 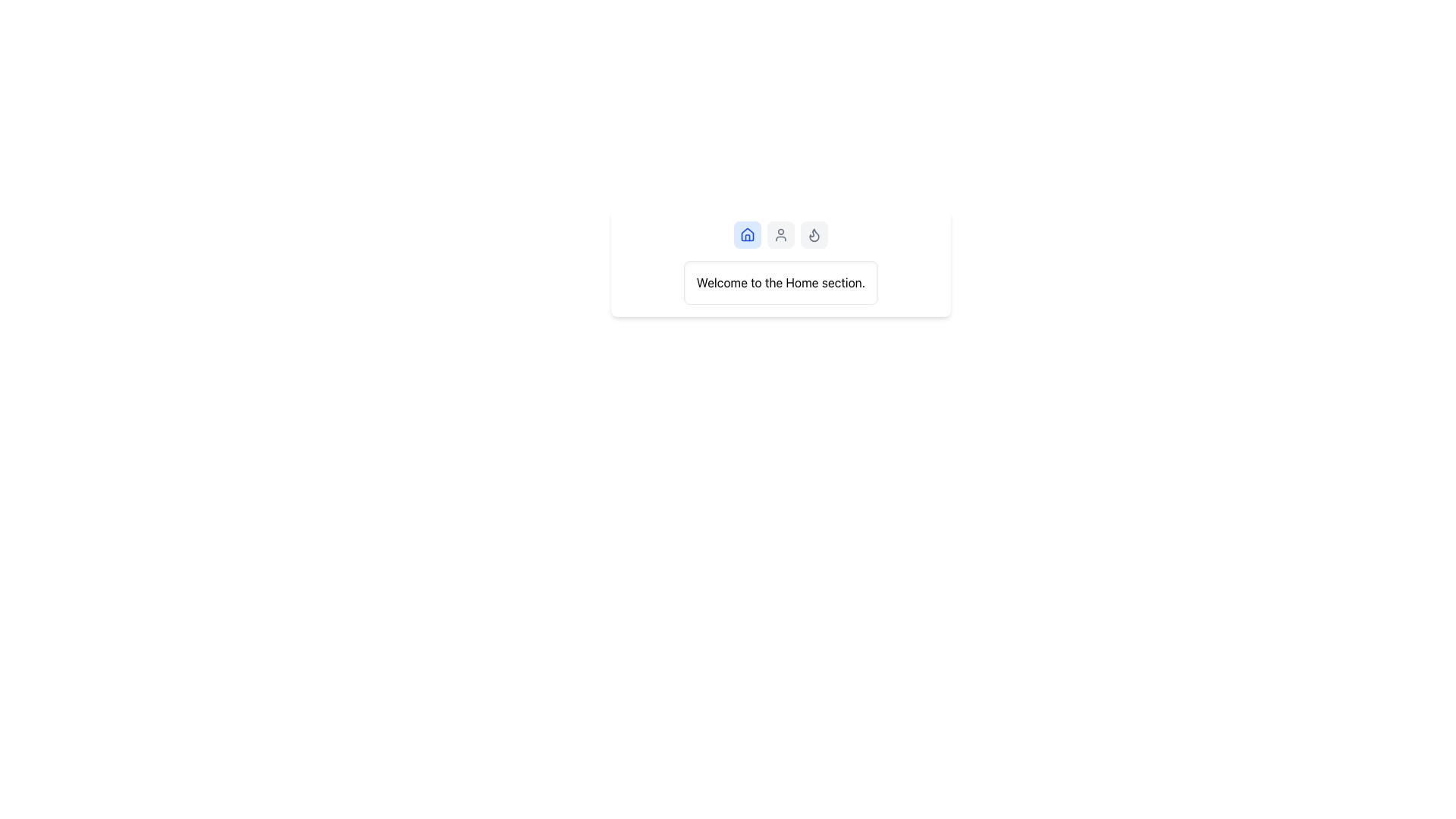 What do you see at coordinates (781, 234) in the screenshot?
I see `the second tab in the horizontal set of three icons` at bounding box center [781, 234].